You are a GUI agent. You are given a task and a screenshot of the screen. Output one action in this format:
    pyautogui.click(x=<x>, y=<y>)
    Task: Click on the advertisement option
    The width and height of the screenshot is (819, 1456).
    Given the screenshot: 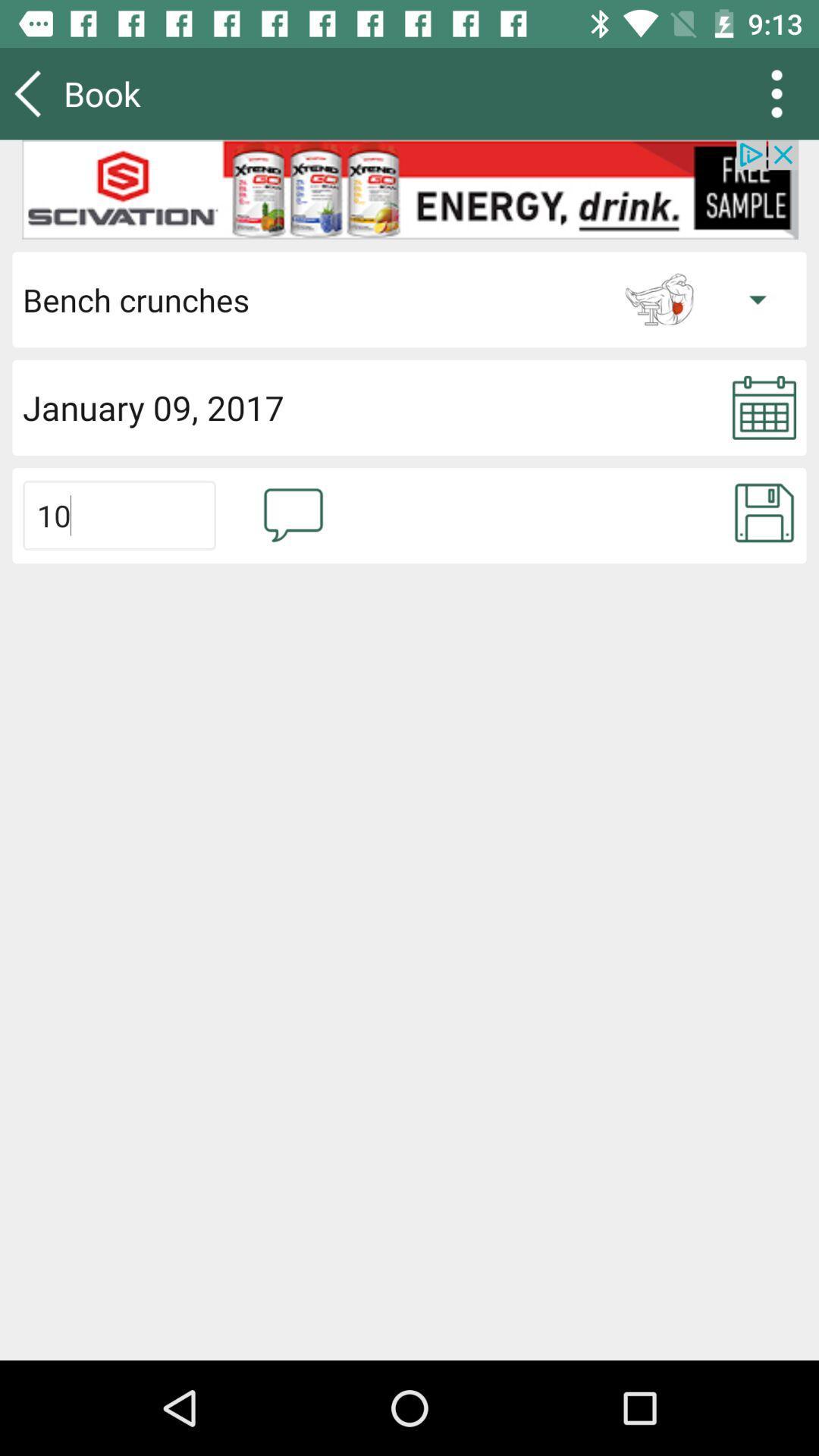 What is the action you would take?
    pyautogui.click(x=409, y=189)
    